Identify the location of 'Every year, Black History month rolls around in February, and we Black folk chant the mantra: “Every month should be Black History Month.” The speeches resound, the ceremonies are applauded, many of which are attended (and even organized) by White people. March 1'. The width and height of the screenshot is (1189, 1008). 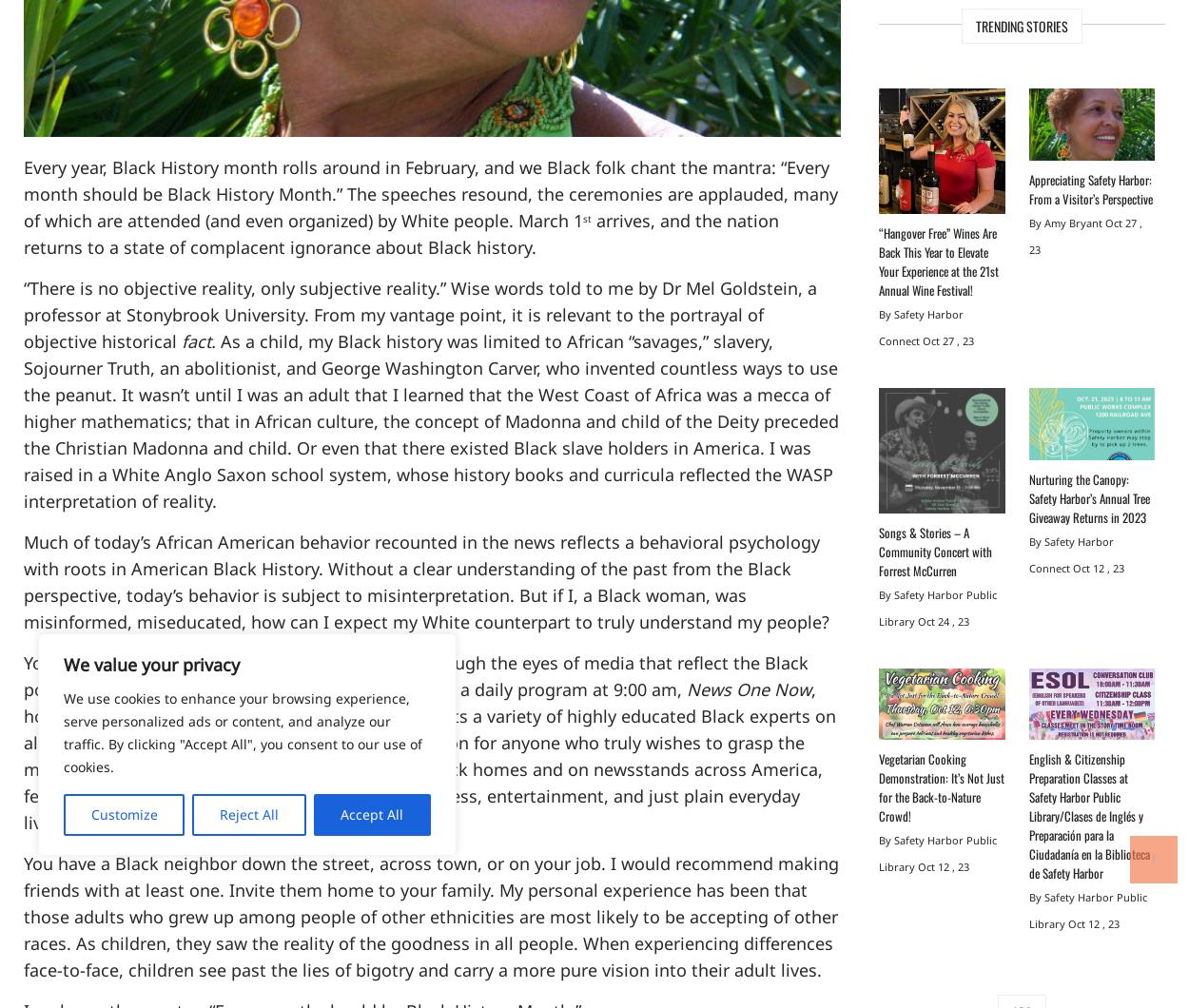
(430, 193).